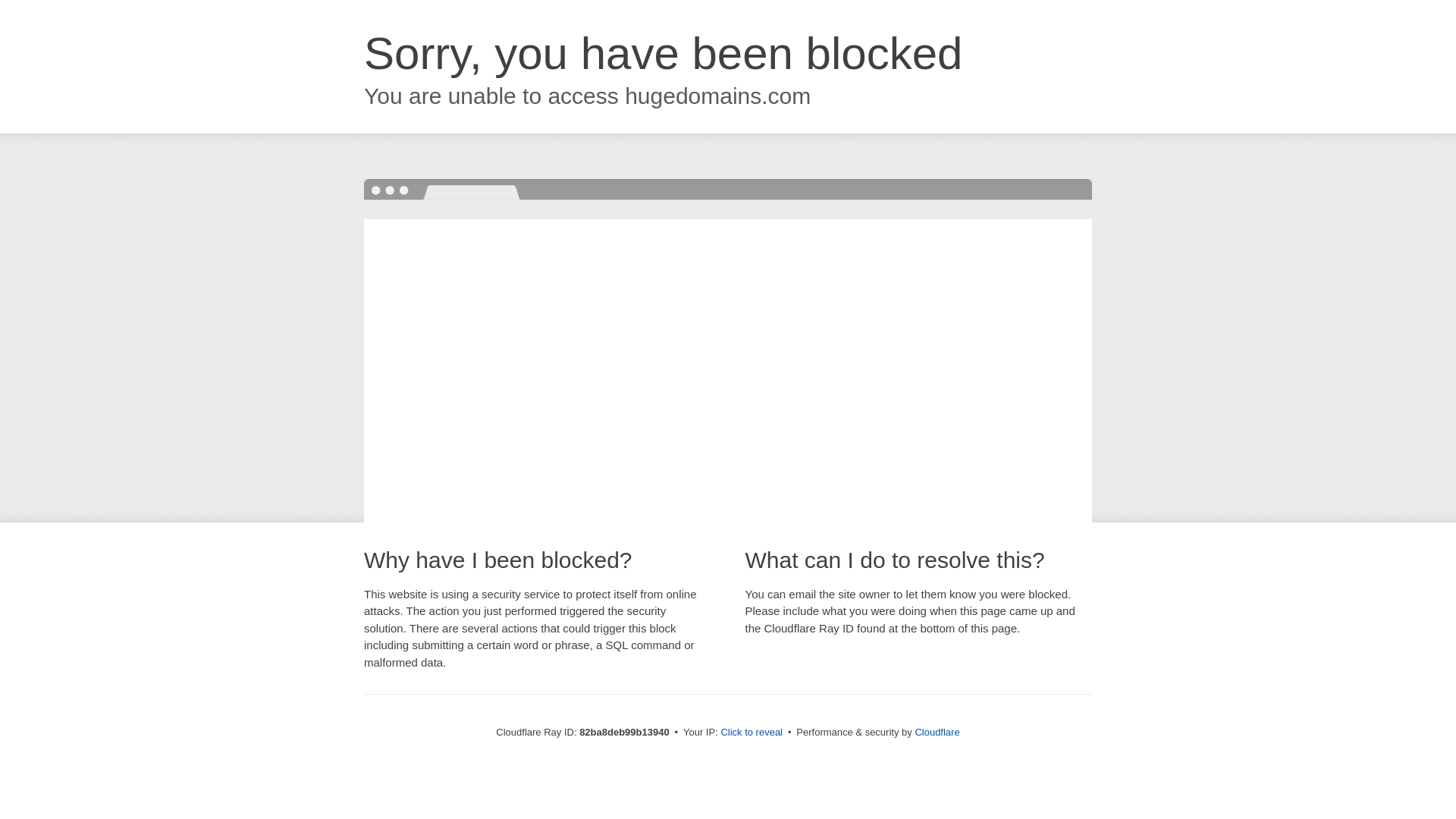 The width and height of the screenshot is (1456, 819). I want to click on 'Cloudflare', so click(913, 731).